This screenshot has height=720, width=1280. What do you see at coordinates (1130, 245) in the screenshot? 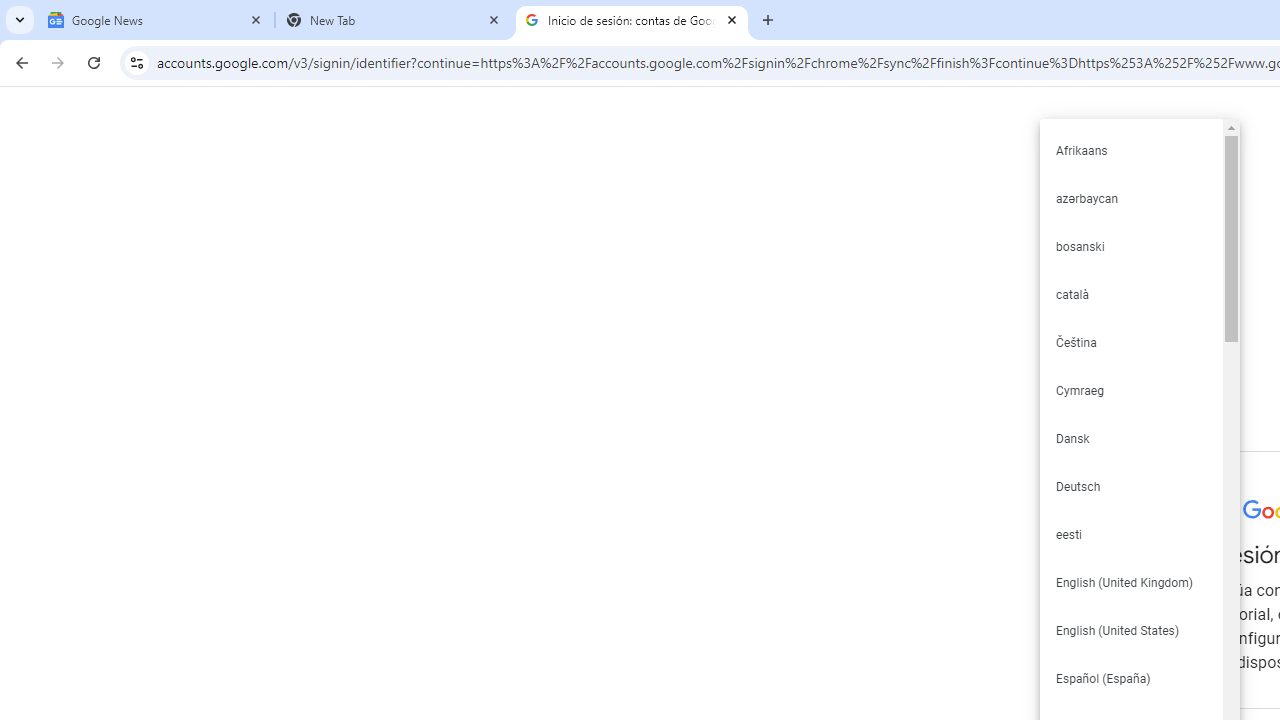
I see `'bosanski'` at bounding box center [1130, 245].